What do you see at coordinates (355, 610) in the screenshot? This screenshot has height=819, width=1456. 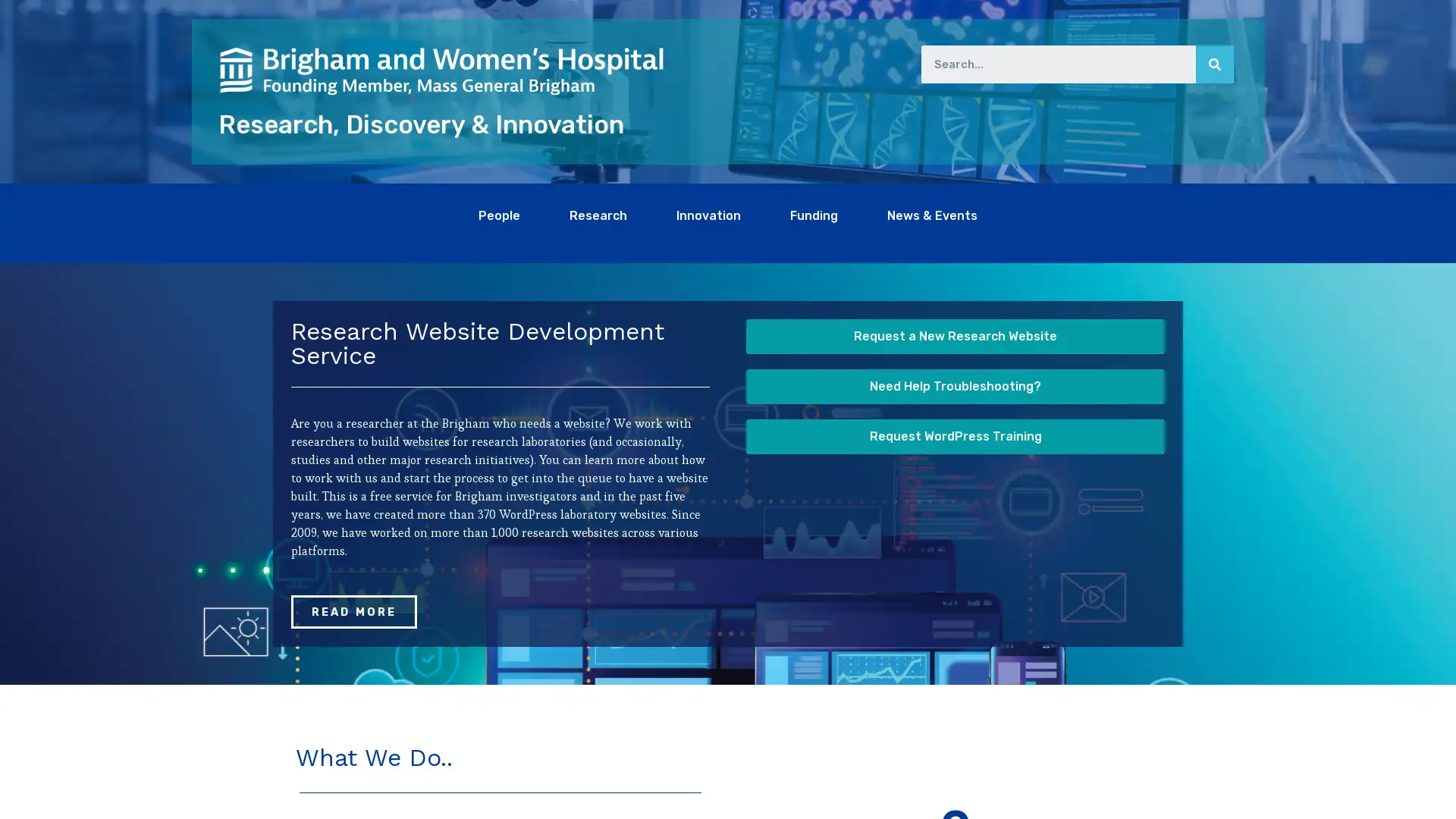 I see `READ MORE` at bounding box center [355, 610].